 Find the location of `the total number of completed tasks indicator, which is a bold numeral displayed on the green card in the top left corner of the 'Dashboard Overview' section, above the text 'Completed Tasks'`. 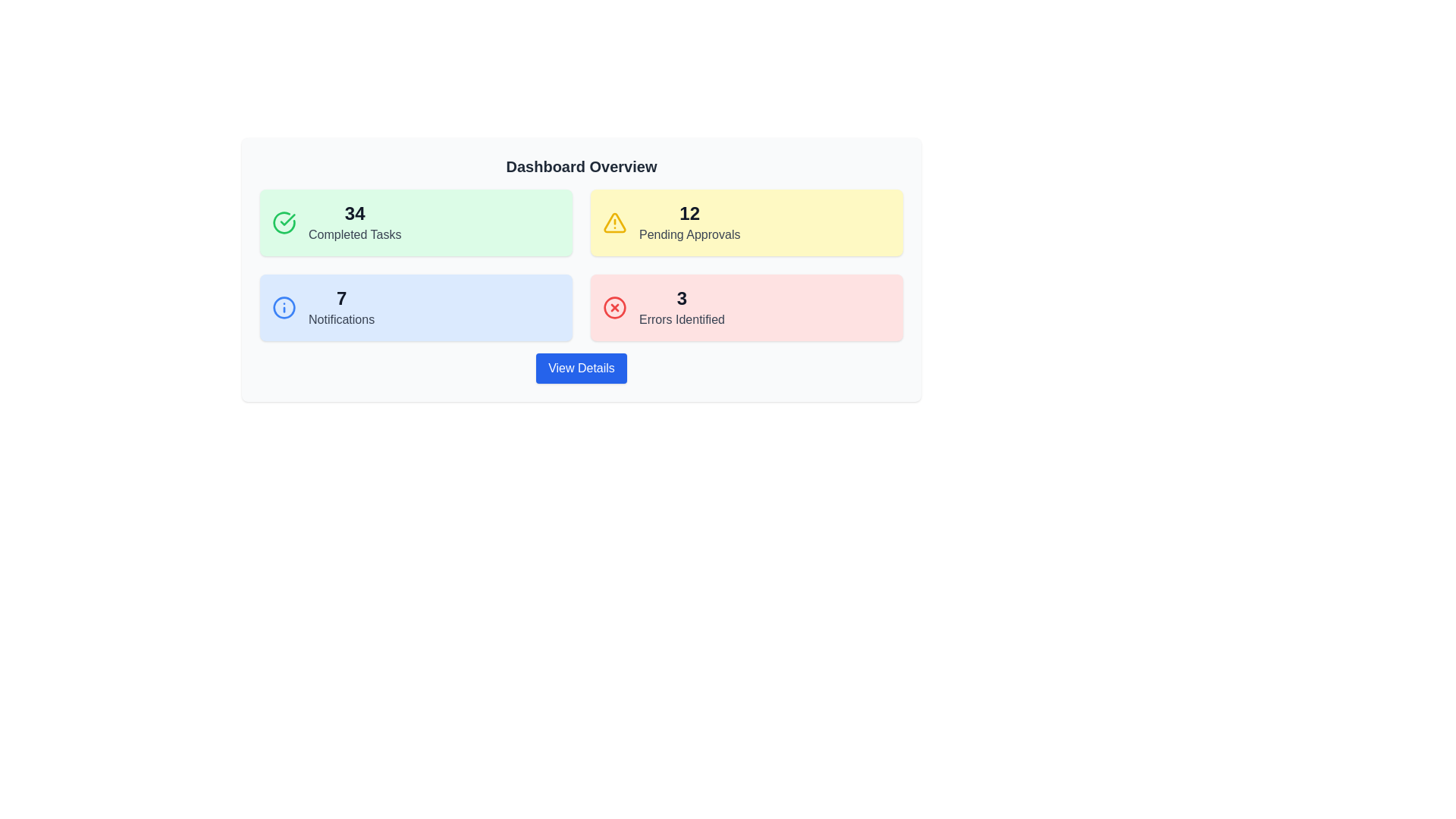

the total number of completed tasks indicator, which is a bold numeral displayed on the green card in the top left corner of the 'Dashboard Overview' section, above the text 'Completed Tasks' is located at coordinates (354, 213).